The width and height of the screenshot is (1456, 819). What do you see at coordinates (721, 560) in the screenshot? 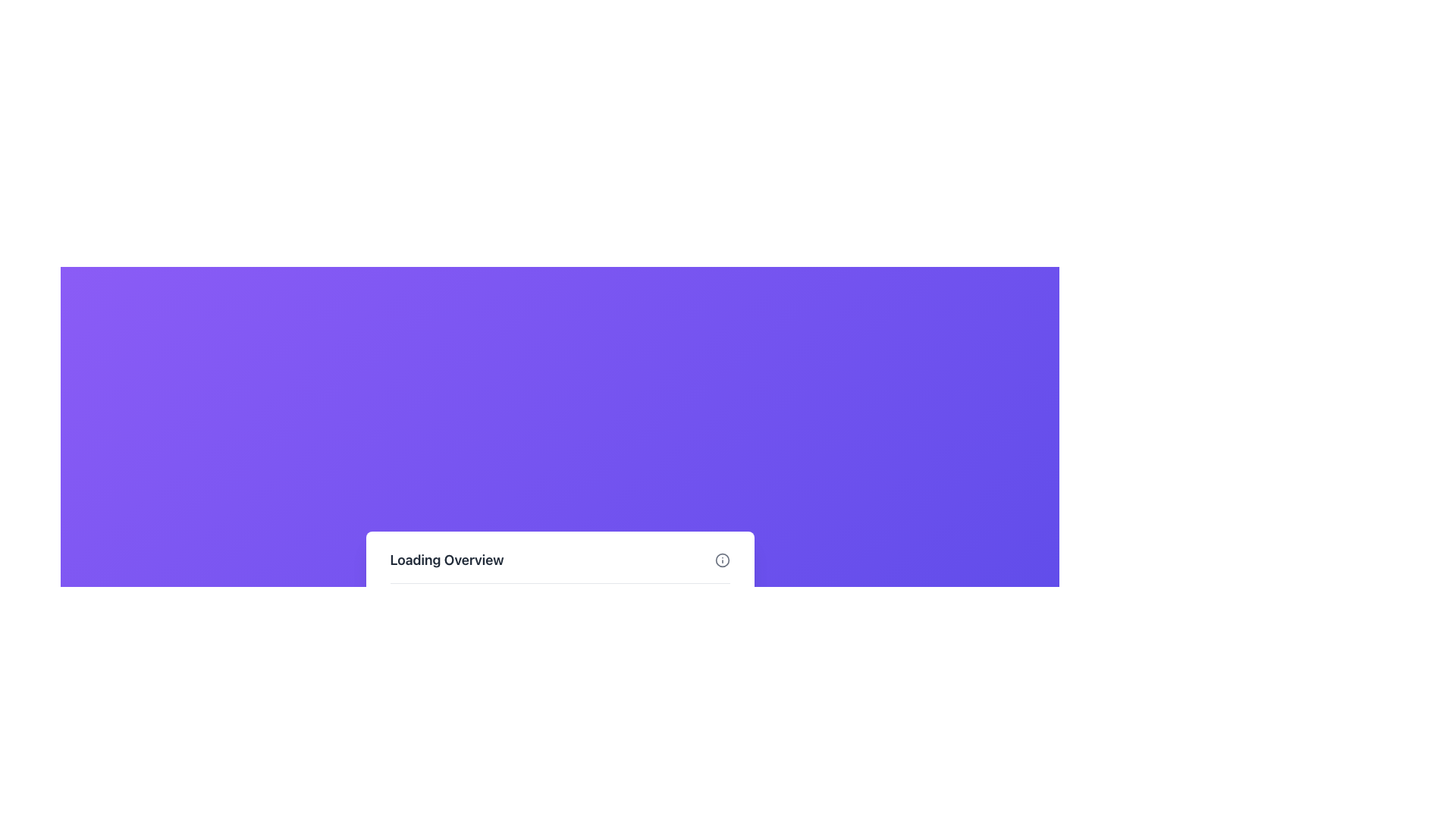
I see `the circular graphical decoration within the information icon located on the right side of the 'Loading Overview' card UI element` at bounding box center [721, 560].